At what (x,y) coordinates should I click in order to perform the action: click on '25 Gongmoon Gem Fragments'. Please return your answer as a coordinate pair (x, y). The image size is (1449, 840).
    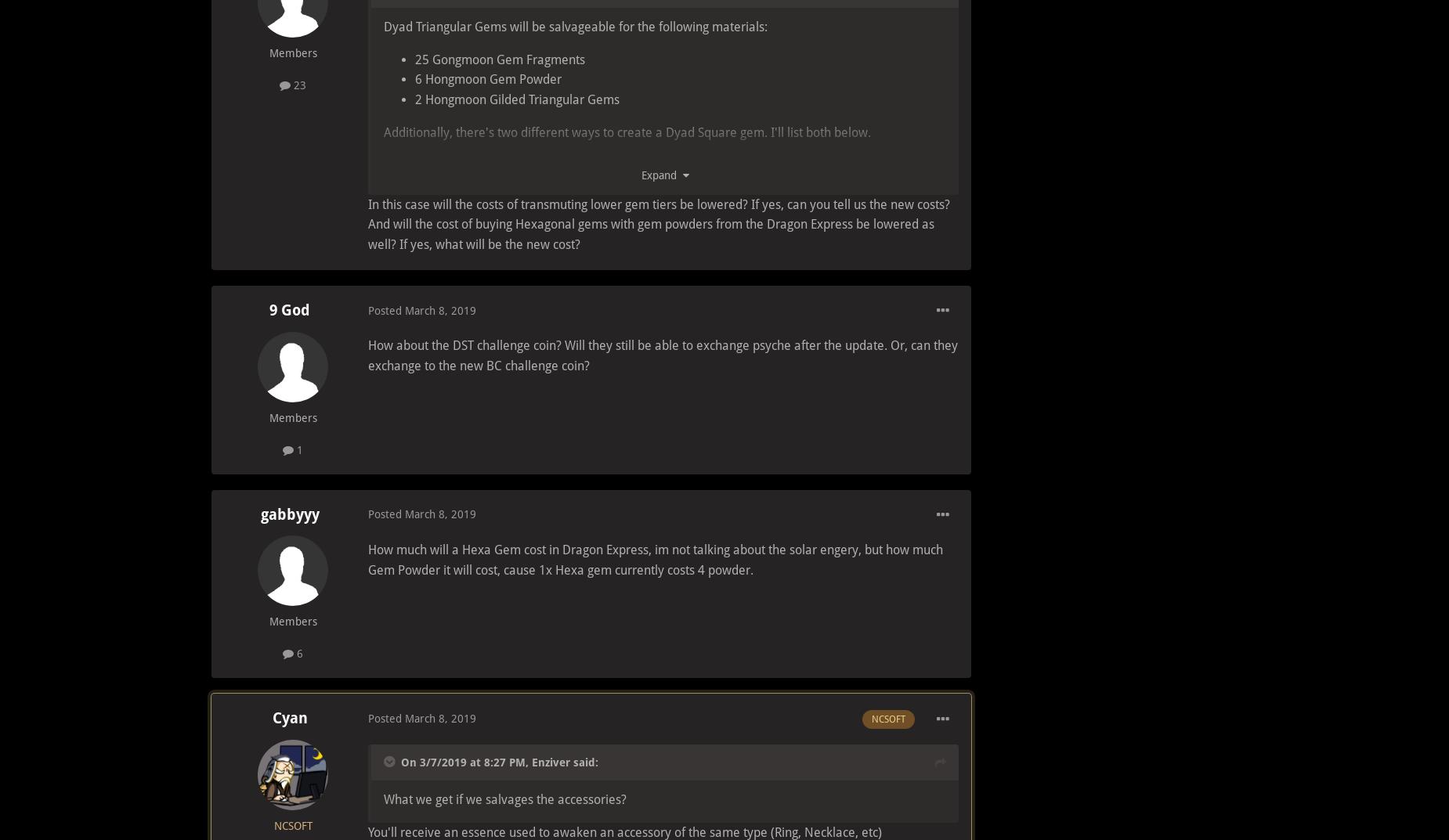
    Looking at the image, I should click on (415, 59).